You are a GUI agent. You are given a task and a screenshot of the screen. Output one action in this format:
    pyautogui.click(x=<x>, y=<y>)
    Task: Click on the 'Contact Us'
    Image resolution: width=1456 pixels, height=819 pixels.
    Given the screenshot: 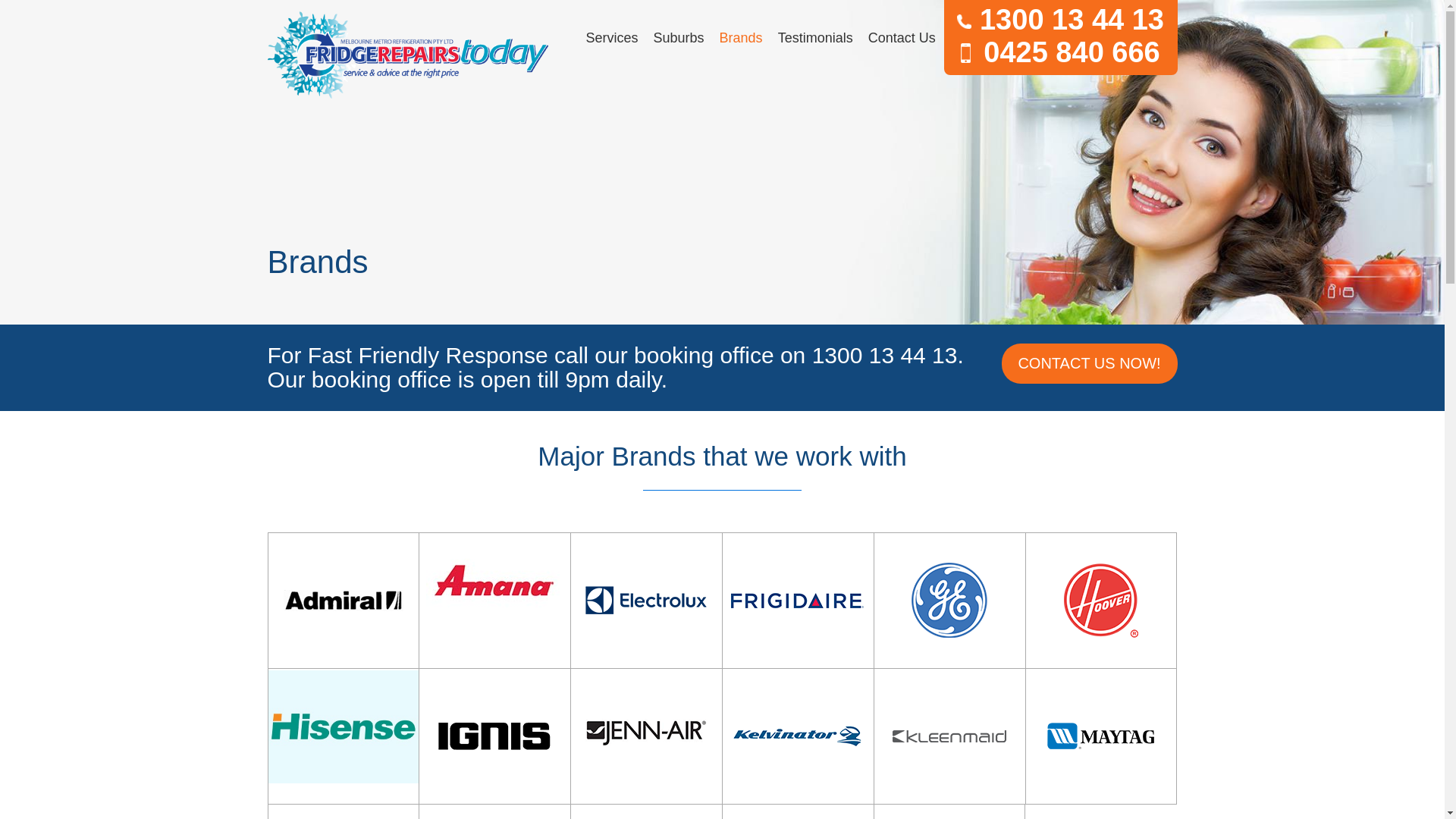 What is the action you would take?
    pyautogui.click(x=860, y=37)
    